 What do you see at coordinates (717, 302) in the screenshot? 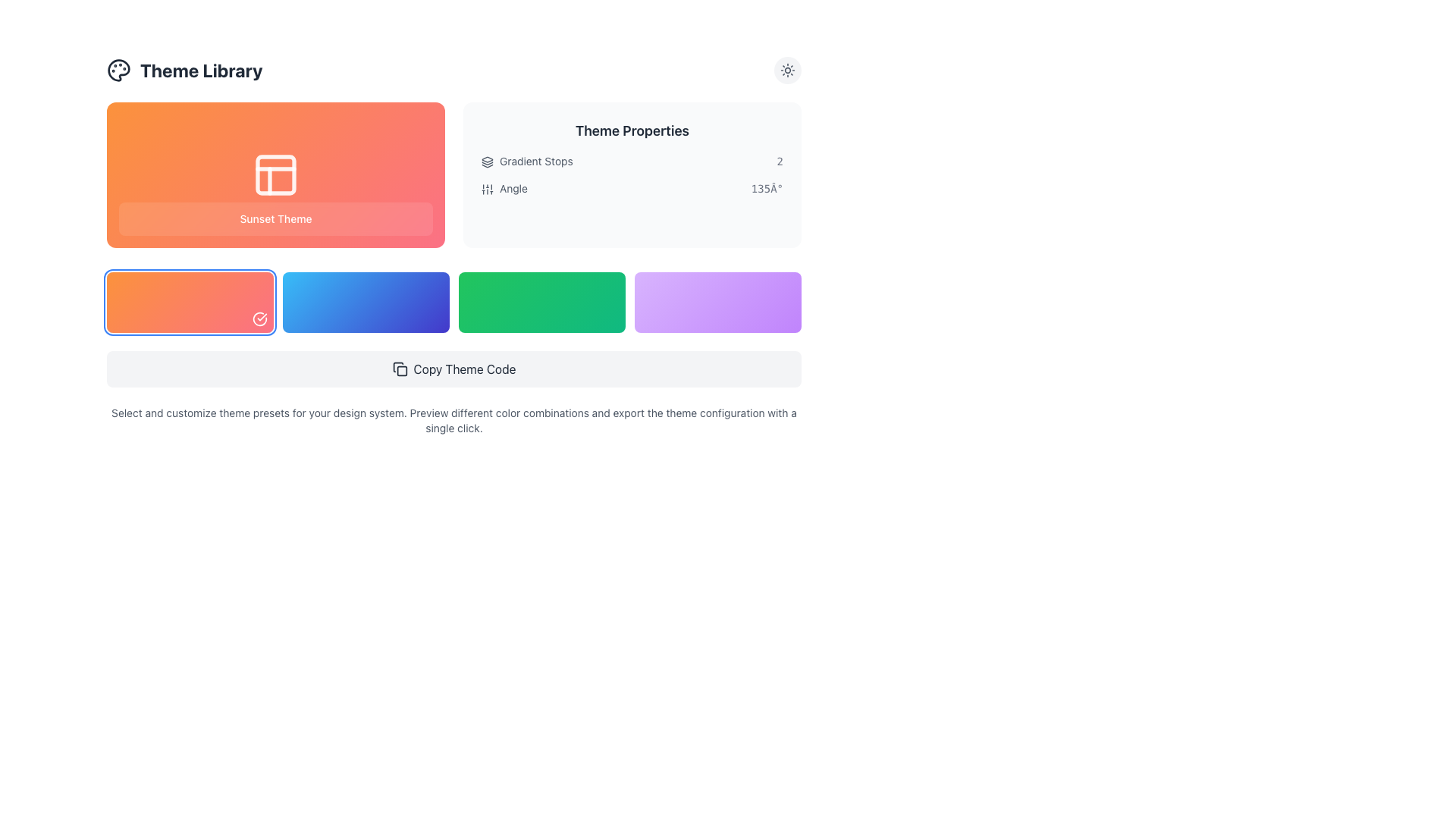
I see `the button located at the bottom right of the grid layout to trigger the hover state` at bounding box center [717, 302].